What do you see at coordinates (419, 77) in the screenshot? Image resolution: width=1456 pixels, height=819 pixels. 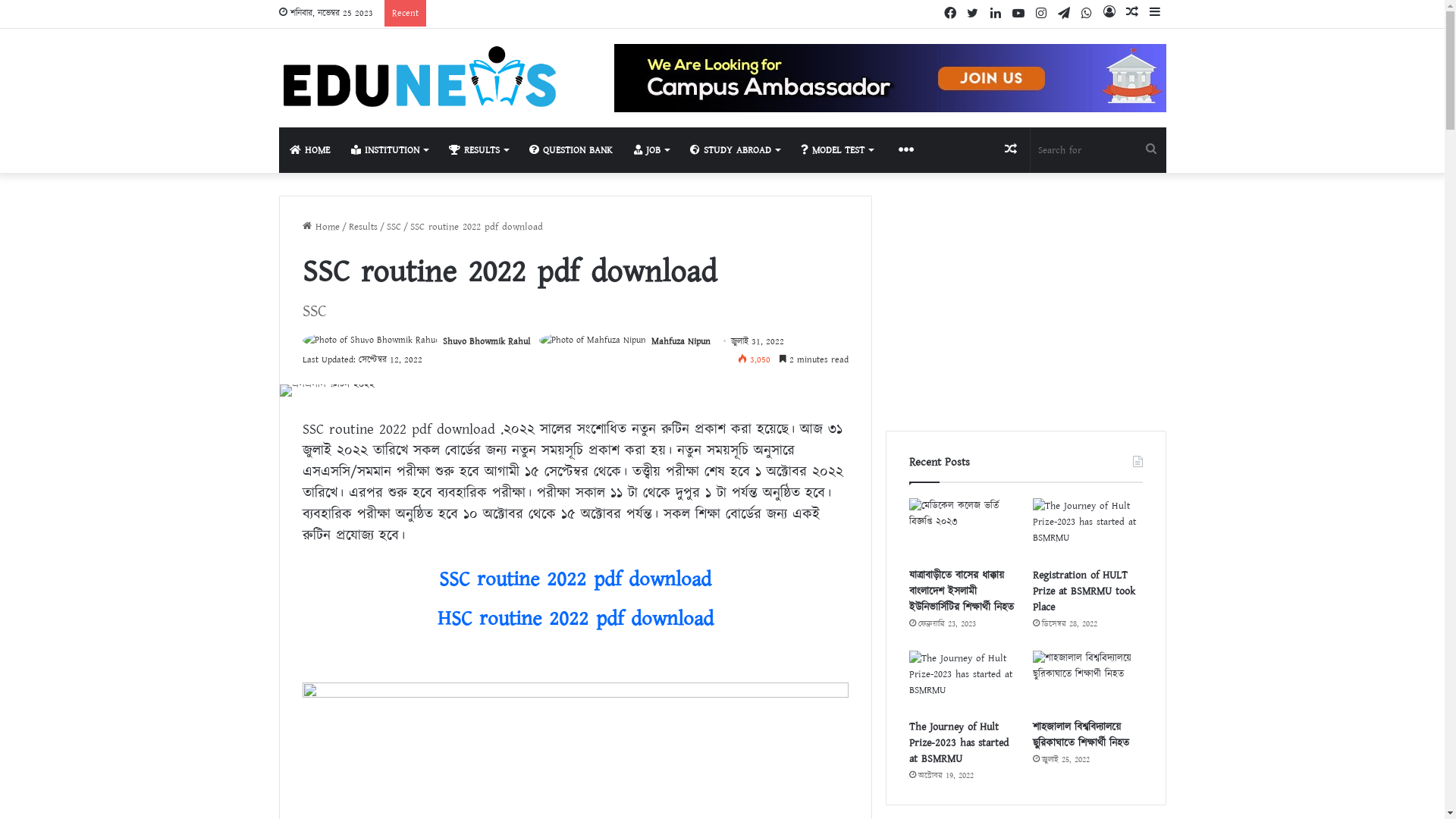 I see `'Edu News'` at bounding box center [419, 77].